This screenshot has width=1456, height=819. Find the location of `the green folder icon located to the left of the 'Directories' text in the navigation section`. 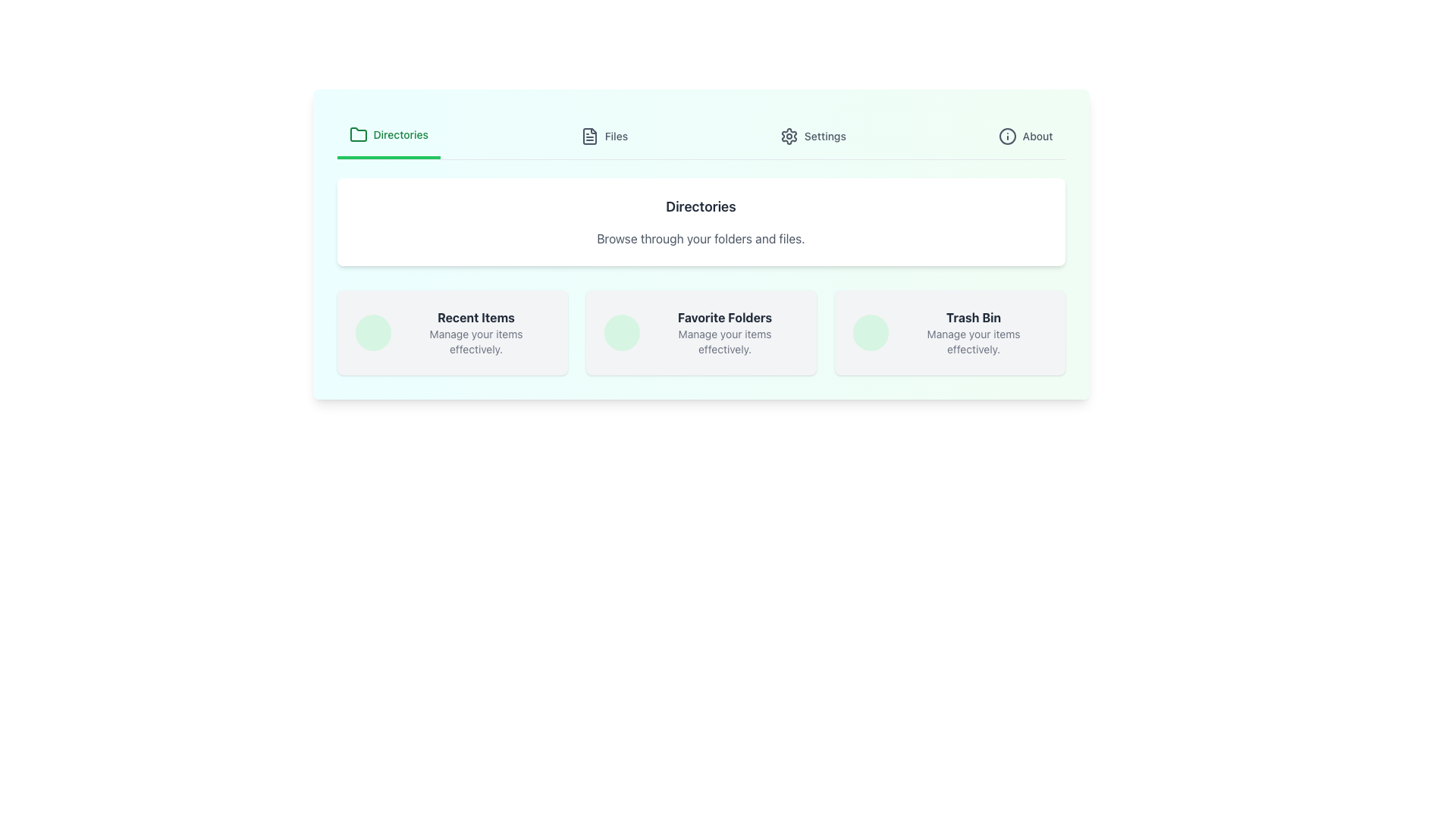

the green folder icon located to the left of the 'Directories' text in the navigation section is located at coordinates (357, 133).